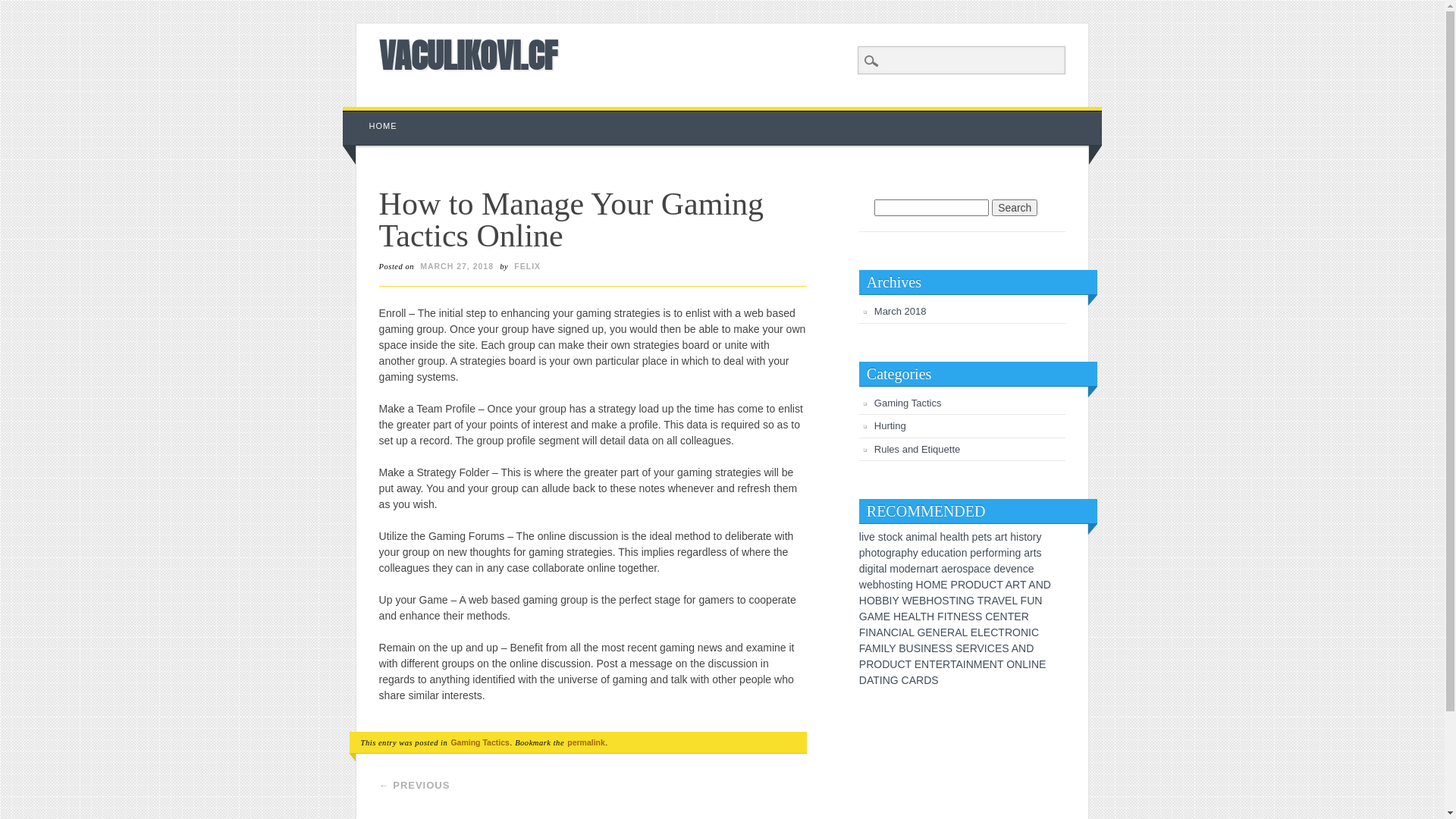 The height and width of the screenshot is (819, 1456). What do you see at coordinates (894, 536) in the screenshot?
I see `'c'` at bounding box center [894, 536].